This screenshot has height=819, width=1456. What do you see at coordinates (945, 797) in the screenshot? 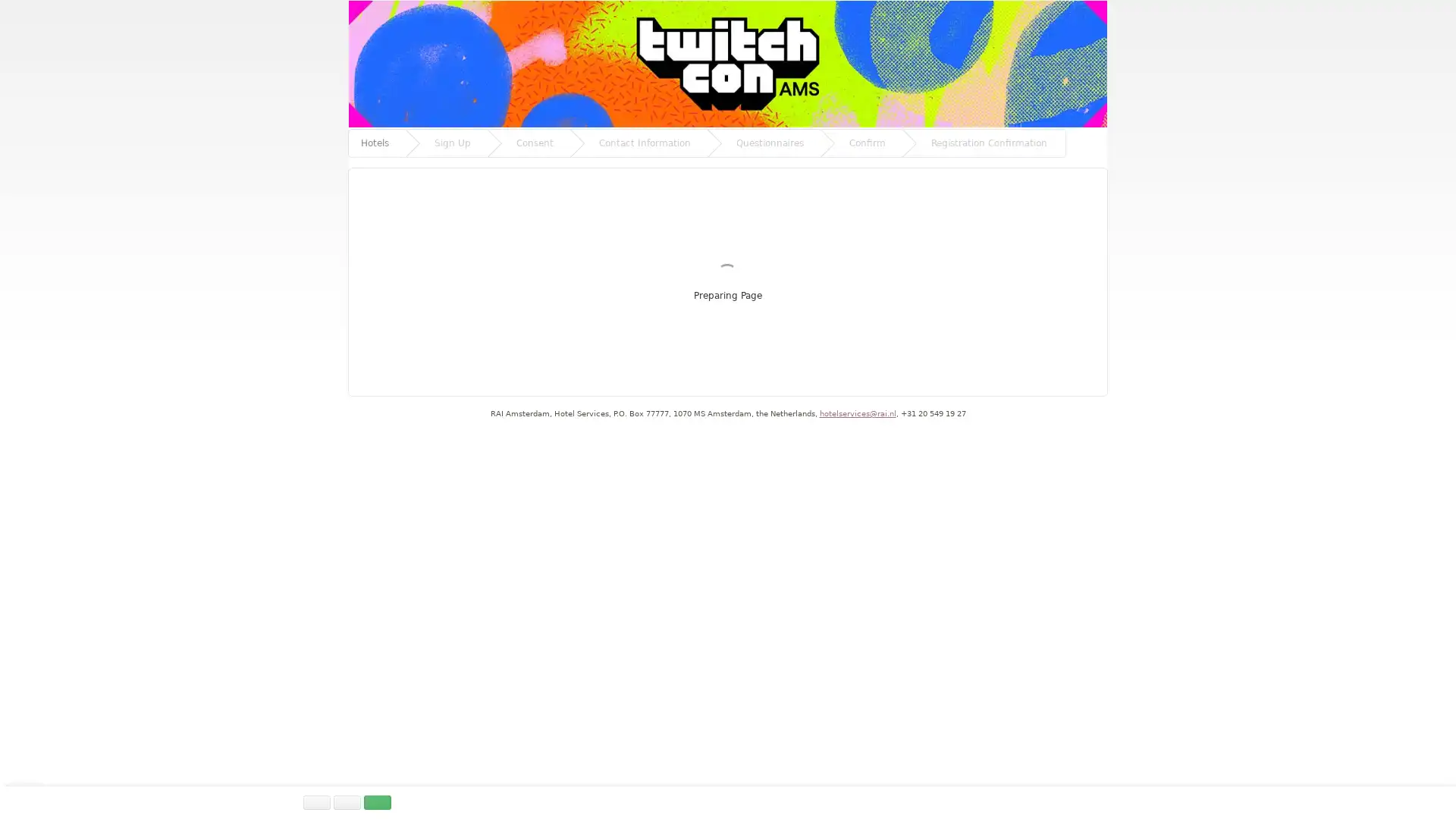
I see `CUSTOMISE SETTINGS` at bounding box center [945, 797].